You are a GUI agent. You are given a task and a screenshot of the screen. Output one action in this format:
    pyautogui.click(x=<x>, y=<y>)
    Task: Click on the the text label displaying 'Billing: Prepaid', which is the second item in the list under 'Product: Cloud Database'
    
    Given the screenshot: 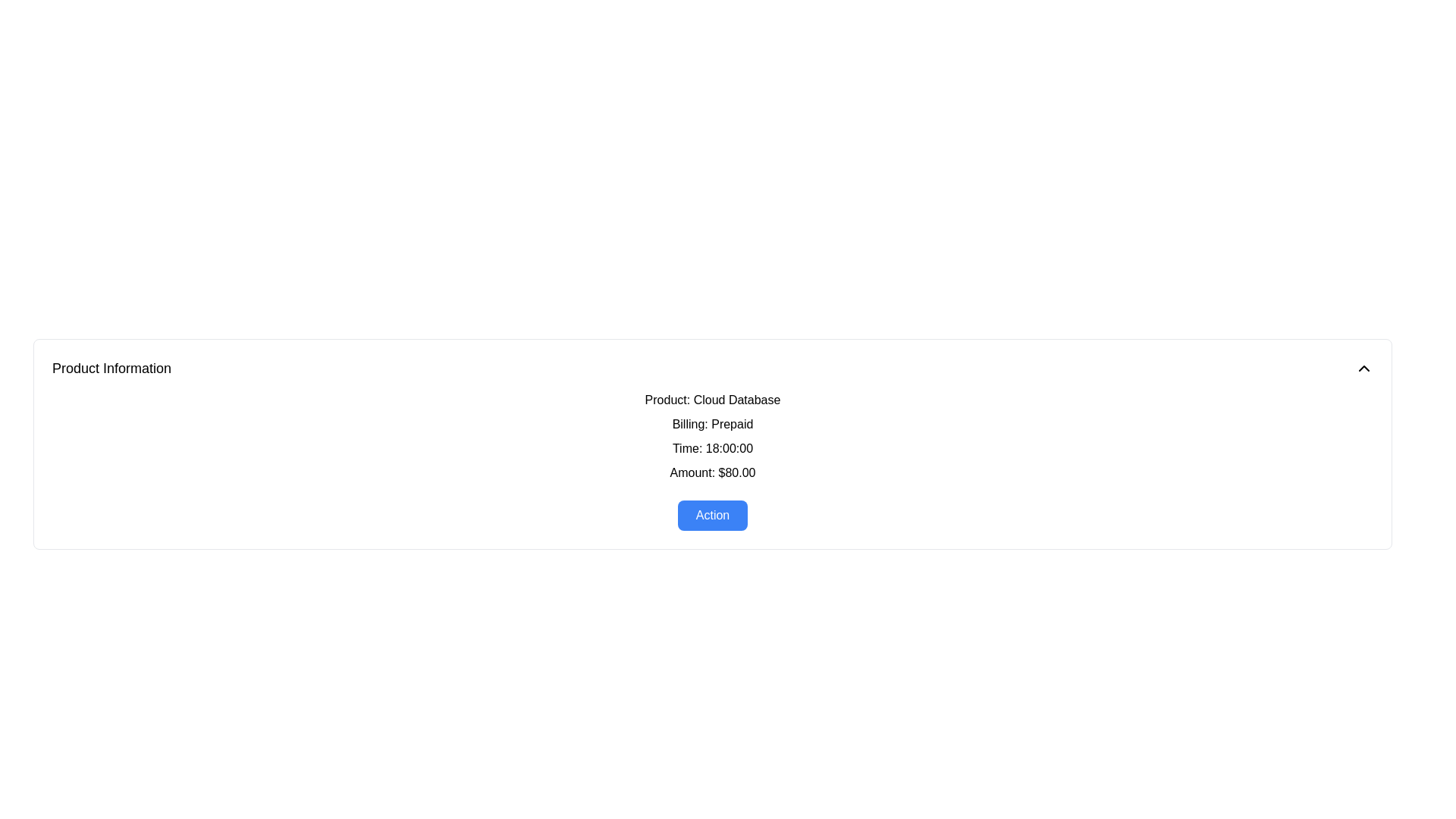 What is the action you would take?
    pyautogui.click(x=712, y=424)
    